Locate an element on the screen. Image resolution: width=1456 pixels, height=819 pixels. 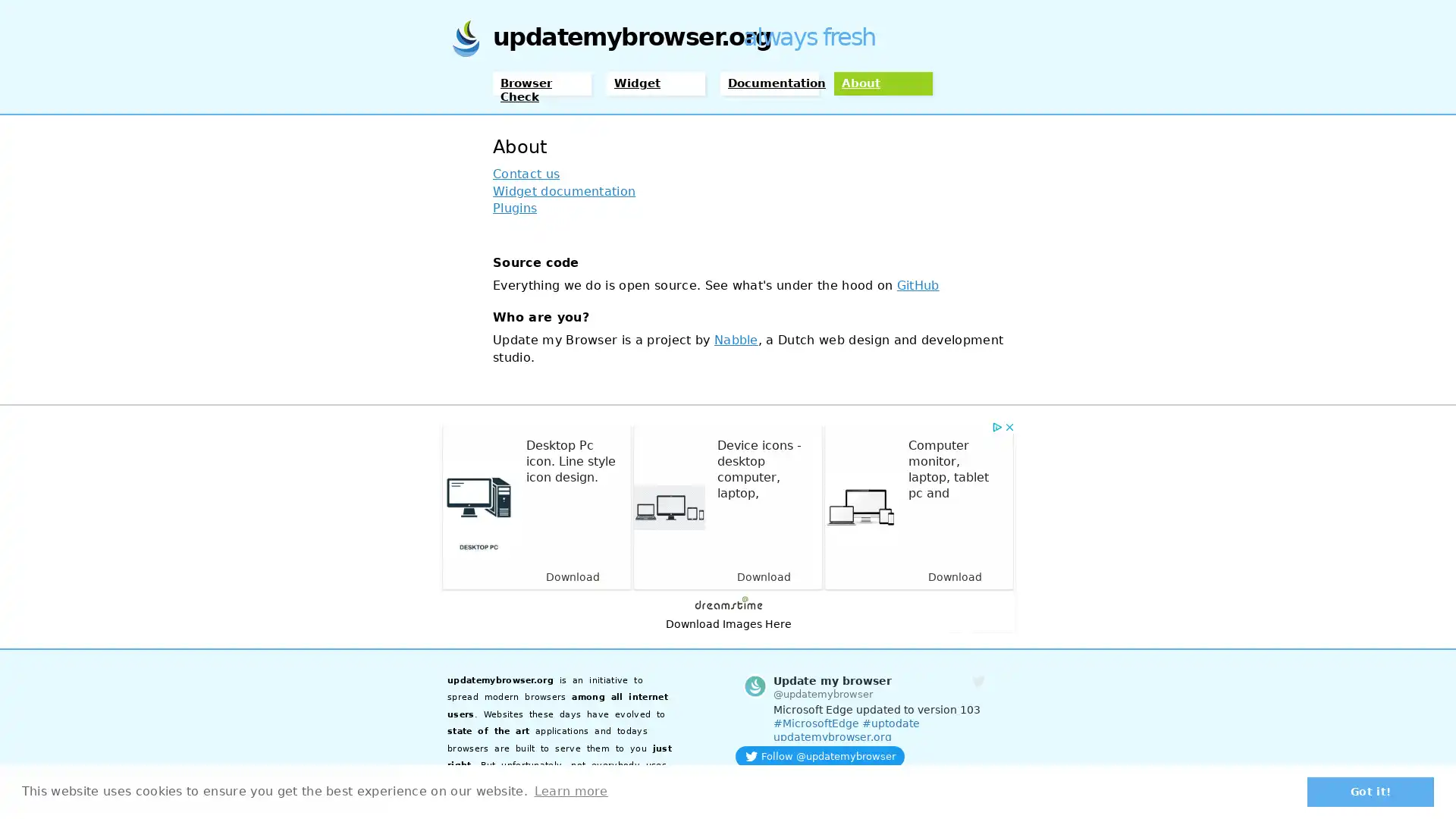
learn more about cookies is located at coordinates (570, 791).